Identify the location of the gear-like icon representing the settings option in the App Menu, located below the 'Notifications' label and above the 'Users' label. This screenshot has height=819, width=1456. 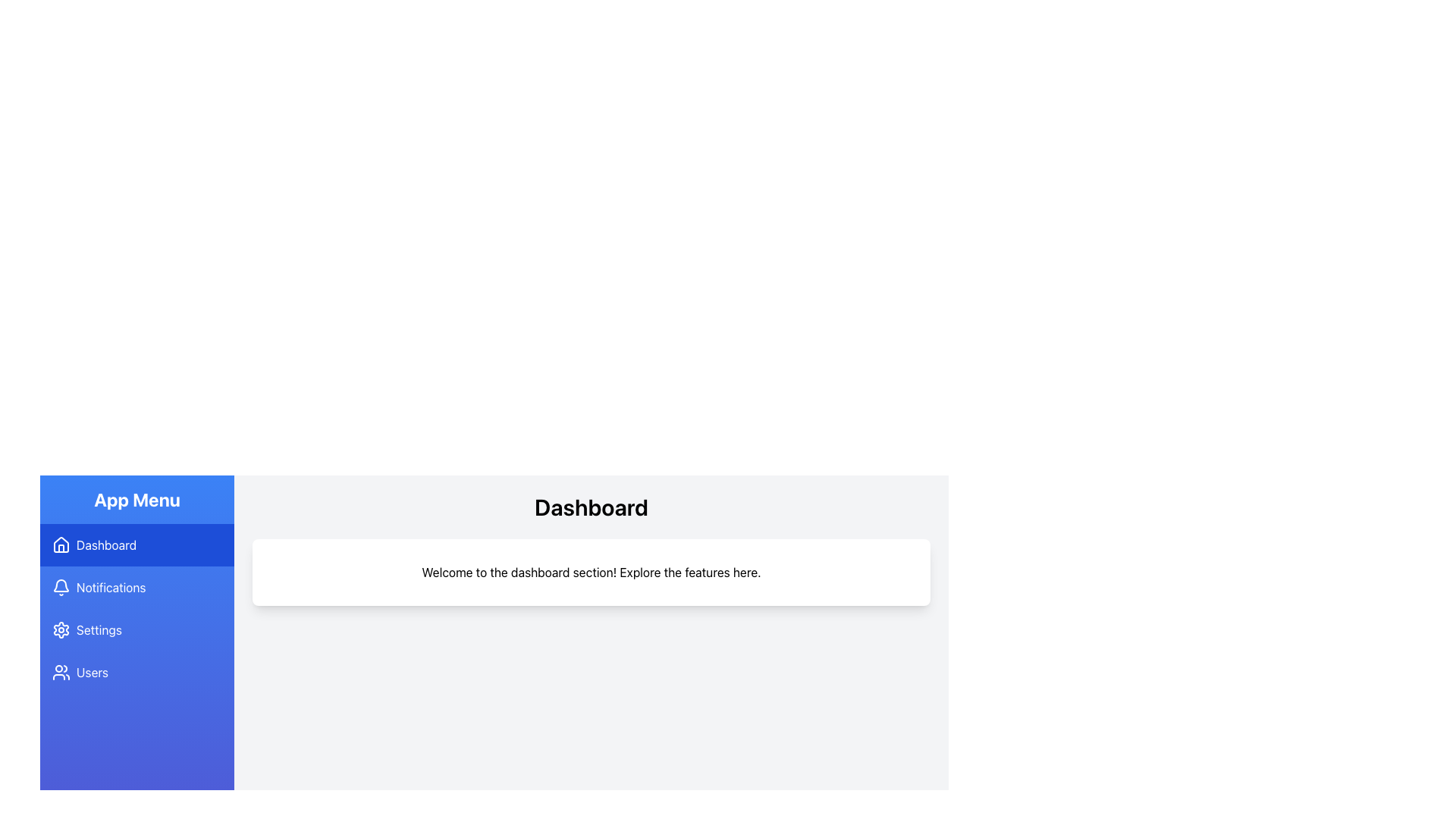
(61, 629).